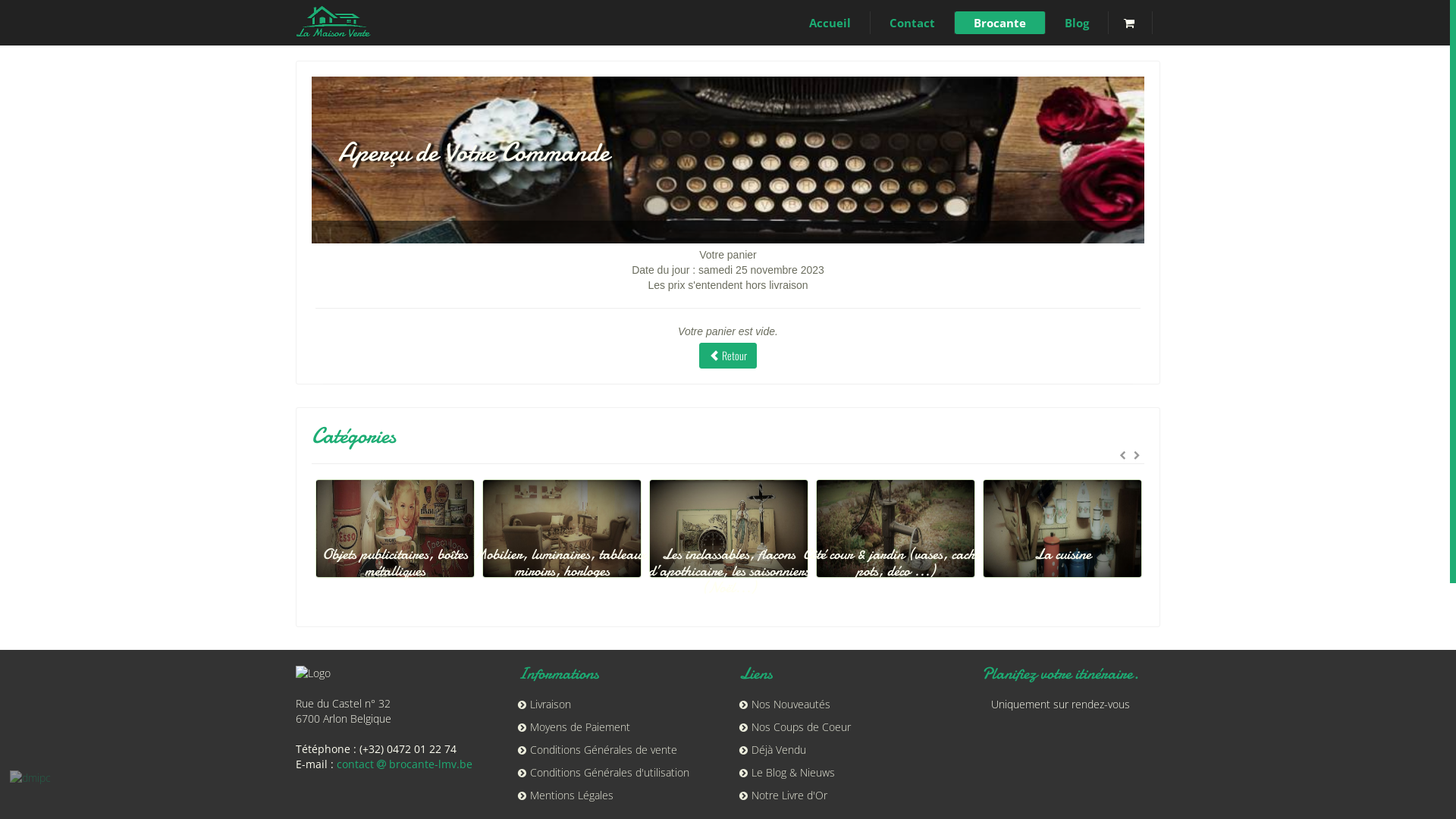 This screenshot has height=819, width=1456. I want to click on 'Livraison', so click(543, 704).